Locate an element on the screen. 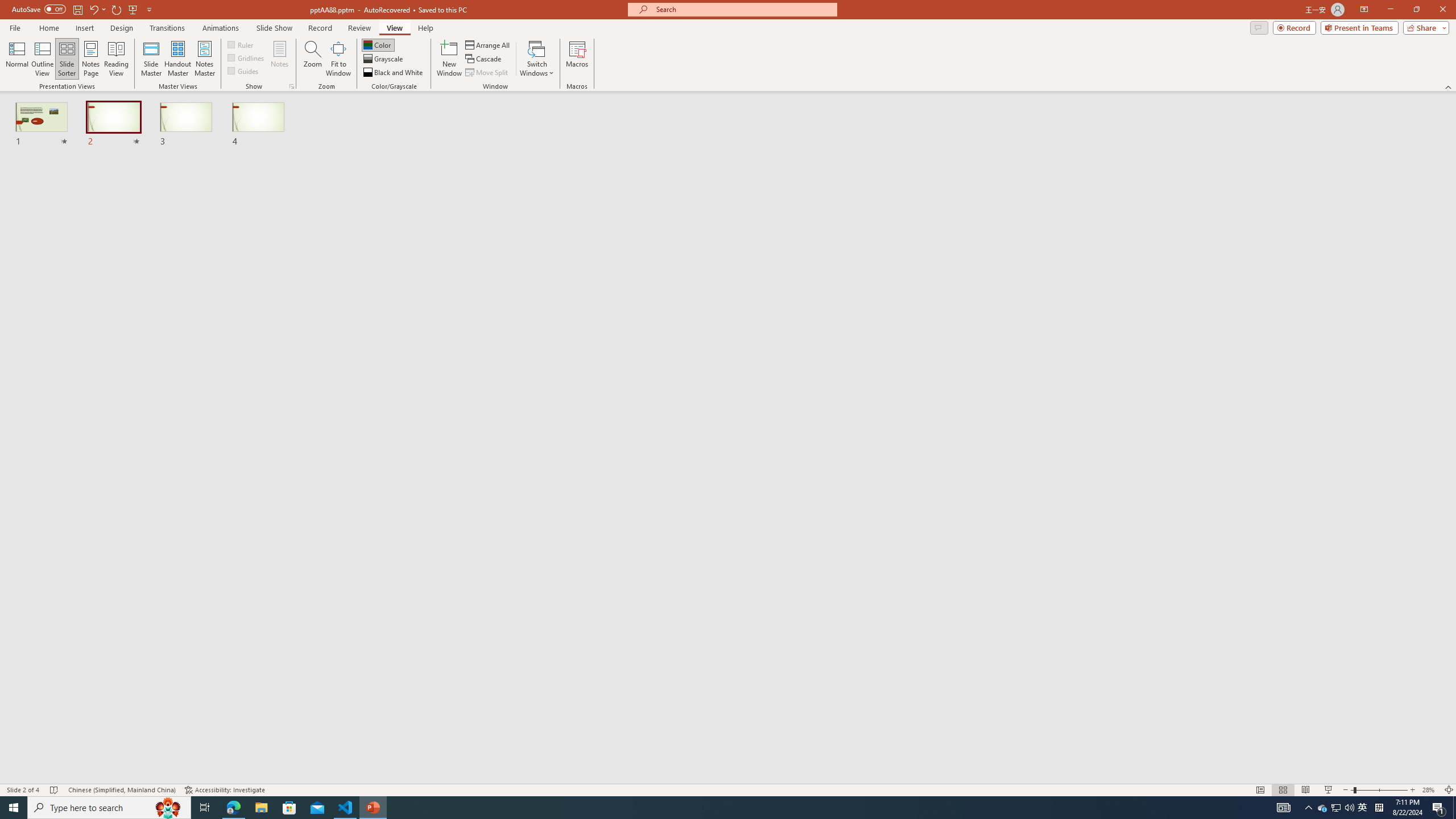 The width and height of the screenshot is (1456, 819). 'Notes' is located at coordinates (279, 59).